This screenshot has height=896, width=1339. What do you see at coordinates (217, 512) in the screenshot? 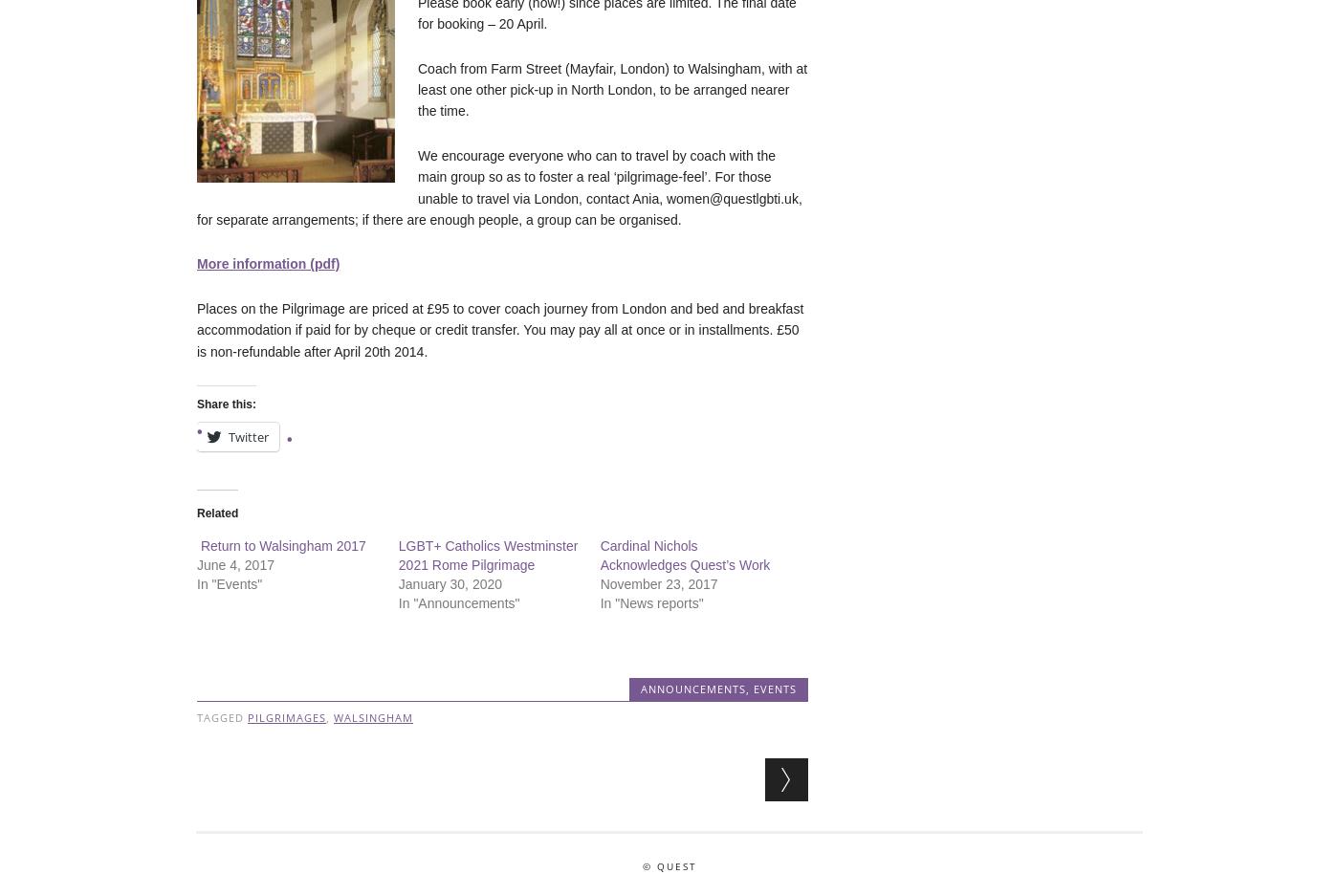
I see `'Related'` at bounding box center [217, 512].